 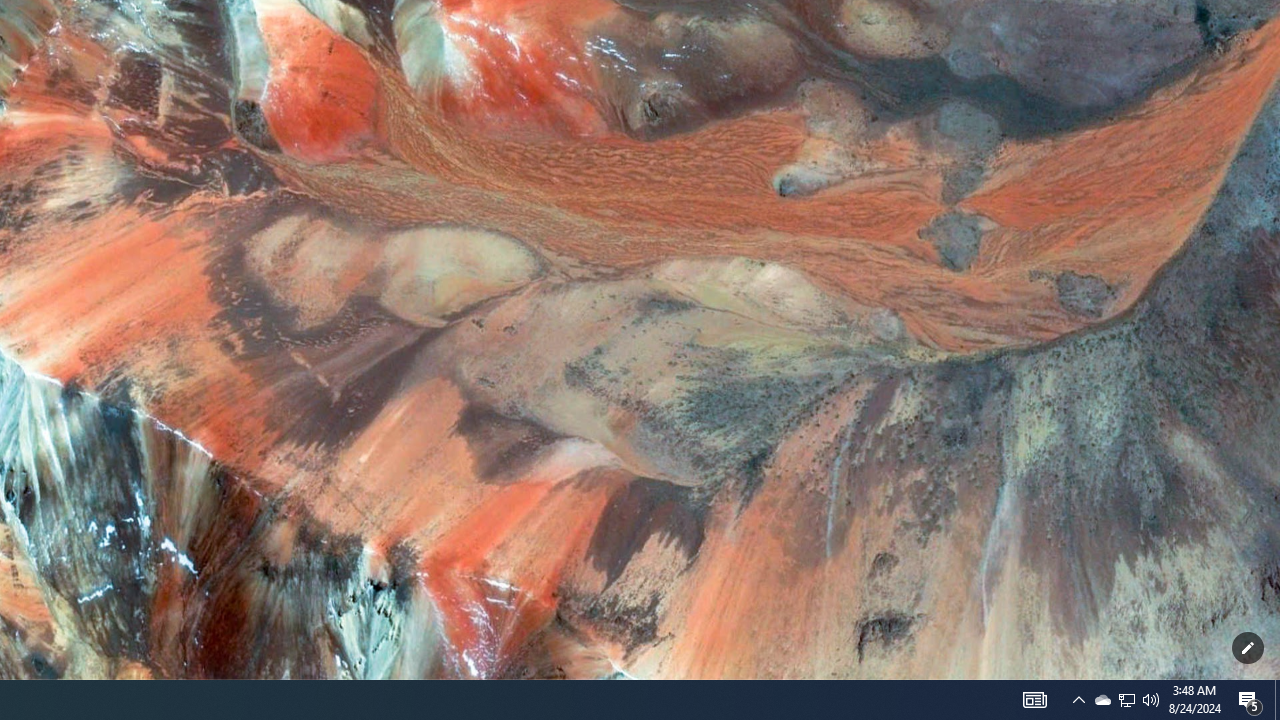 What do you see at coordinates (1247, 648) in the screenshot?
I see `'Customize this page'` at bounding box center [1247, 648].